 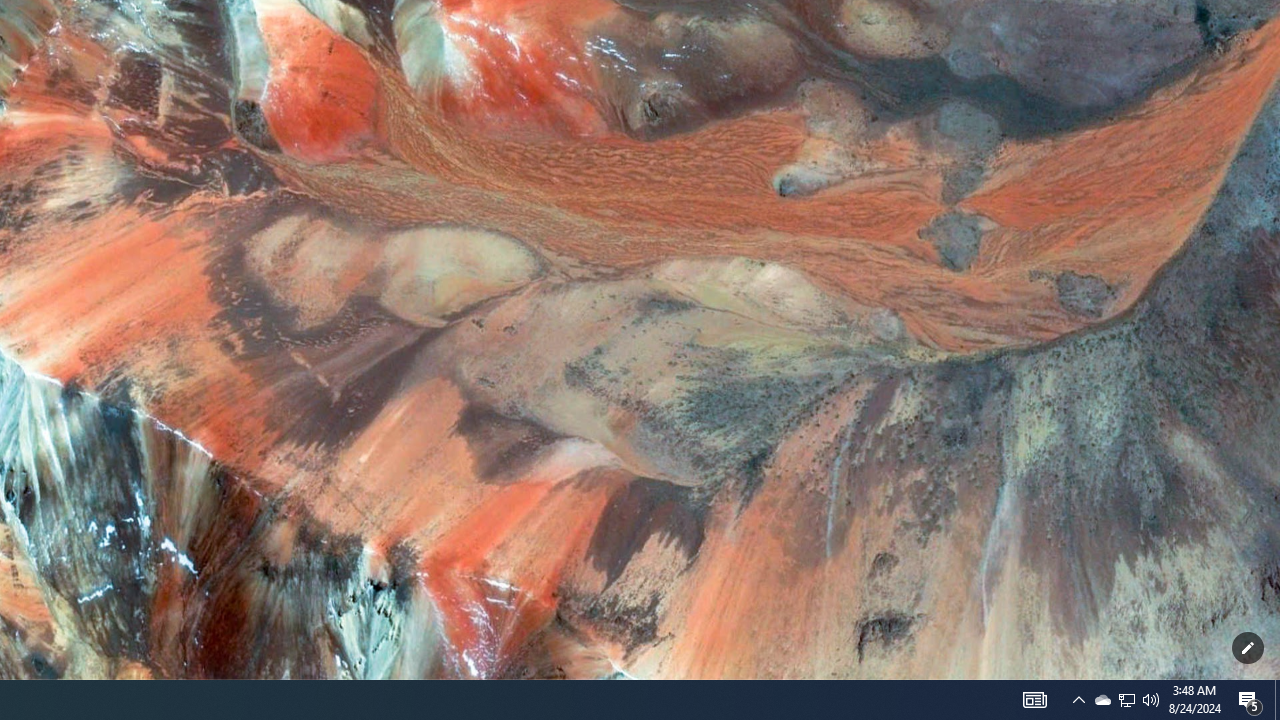 What do you see at coordinates (1247, 648) in the screenshot?
I see `'Customize this page'` at bounding box center [1247, 648].